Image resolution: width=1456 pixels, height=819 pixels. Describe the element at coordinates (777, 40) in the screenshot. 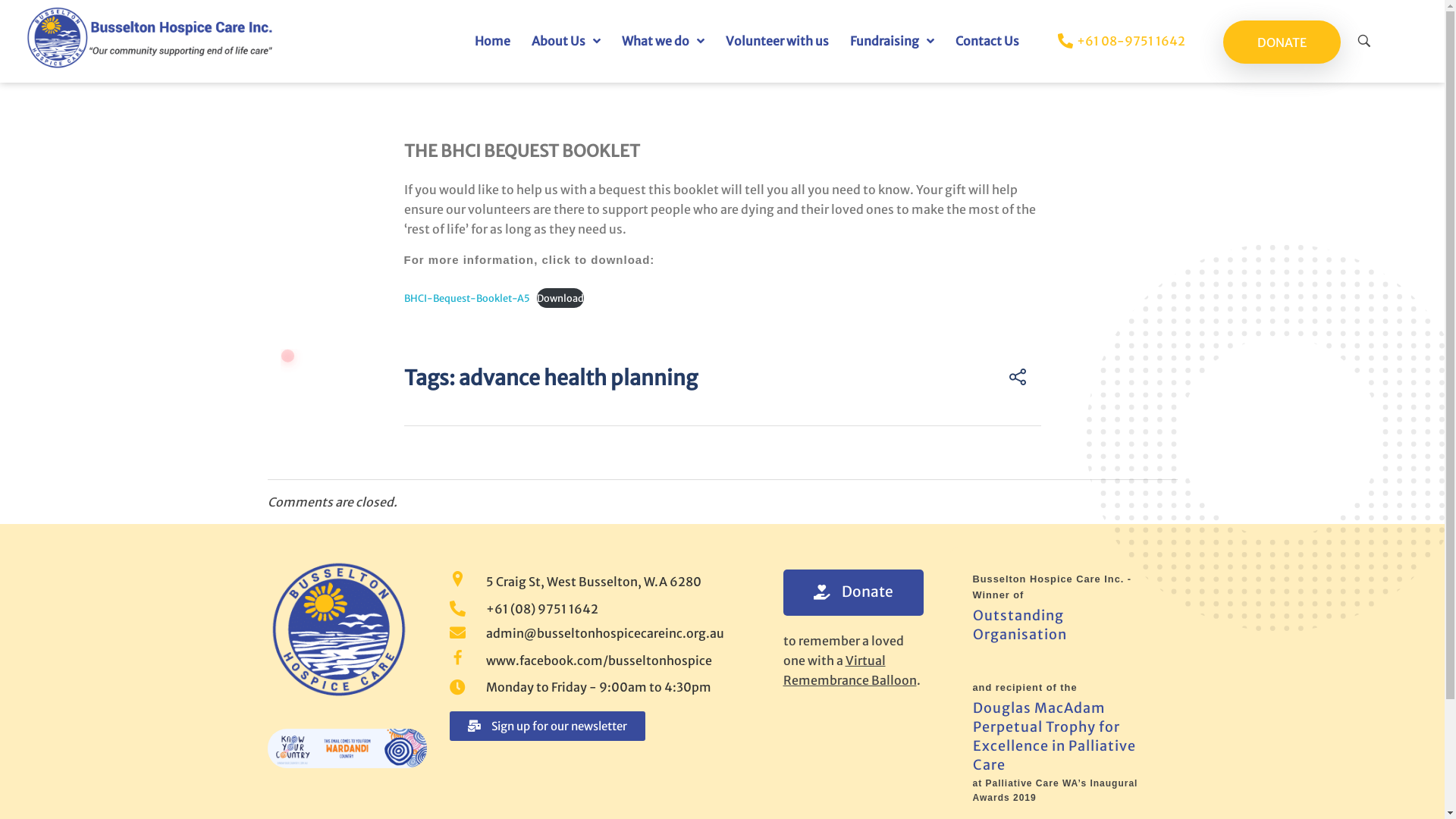

I see `'Volunteer with us'` at that location.